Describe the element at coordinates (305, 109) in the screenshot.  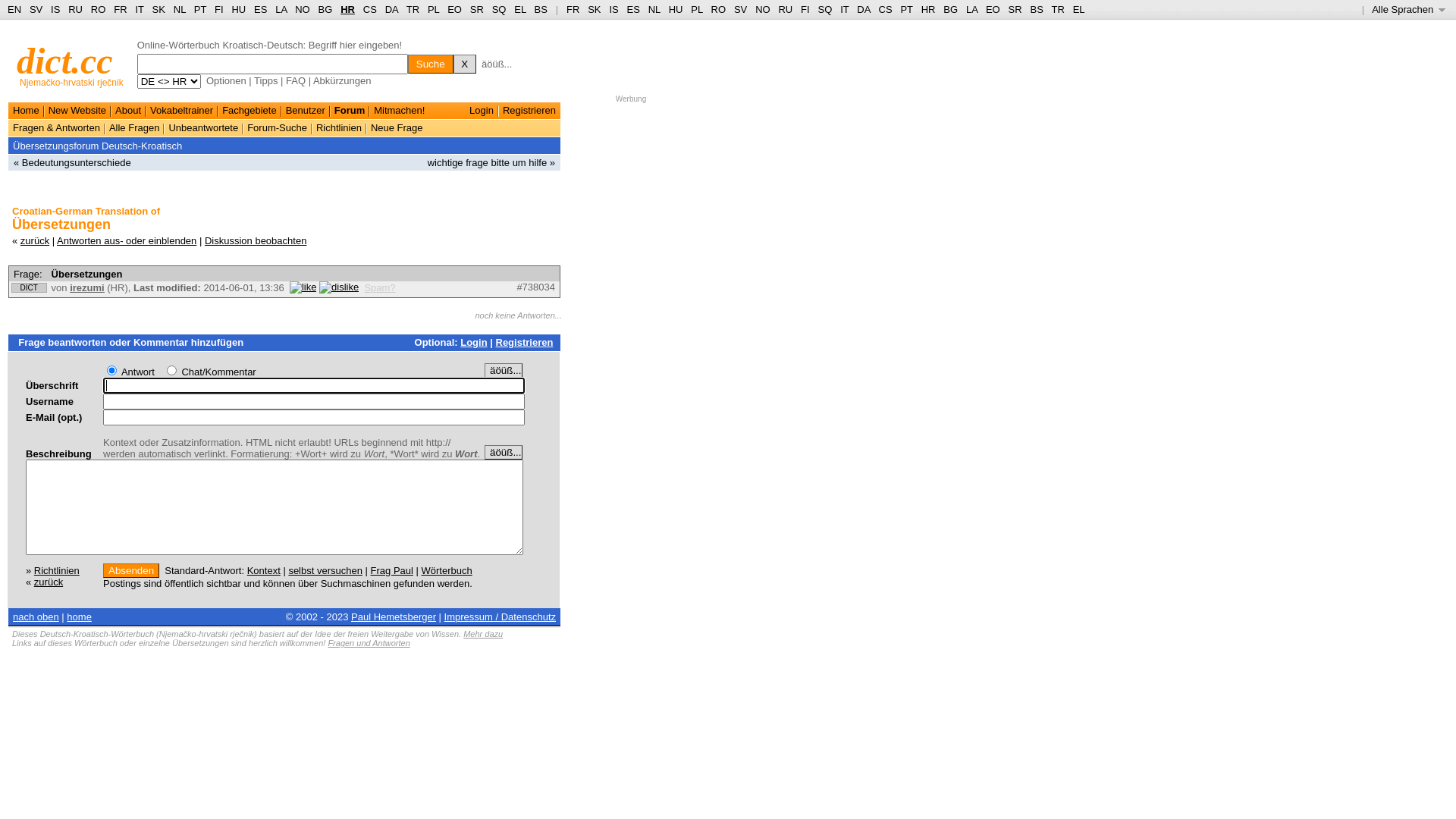
I see `'Benutzer'` at that location.